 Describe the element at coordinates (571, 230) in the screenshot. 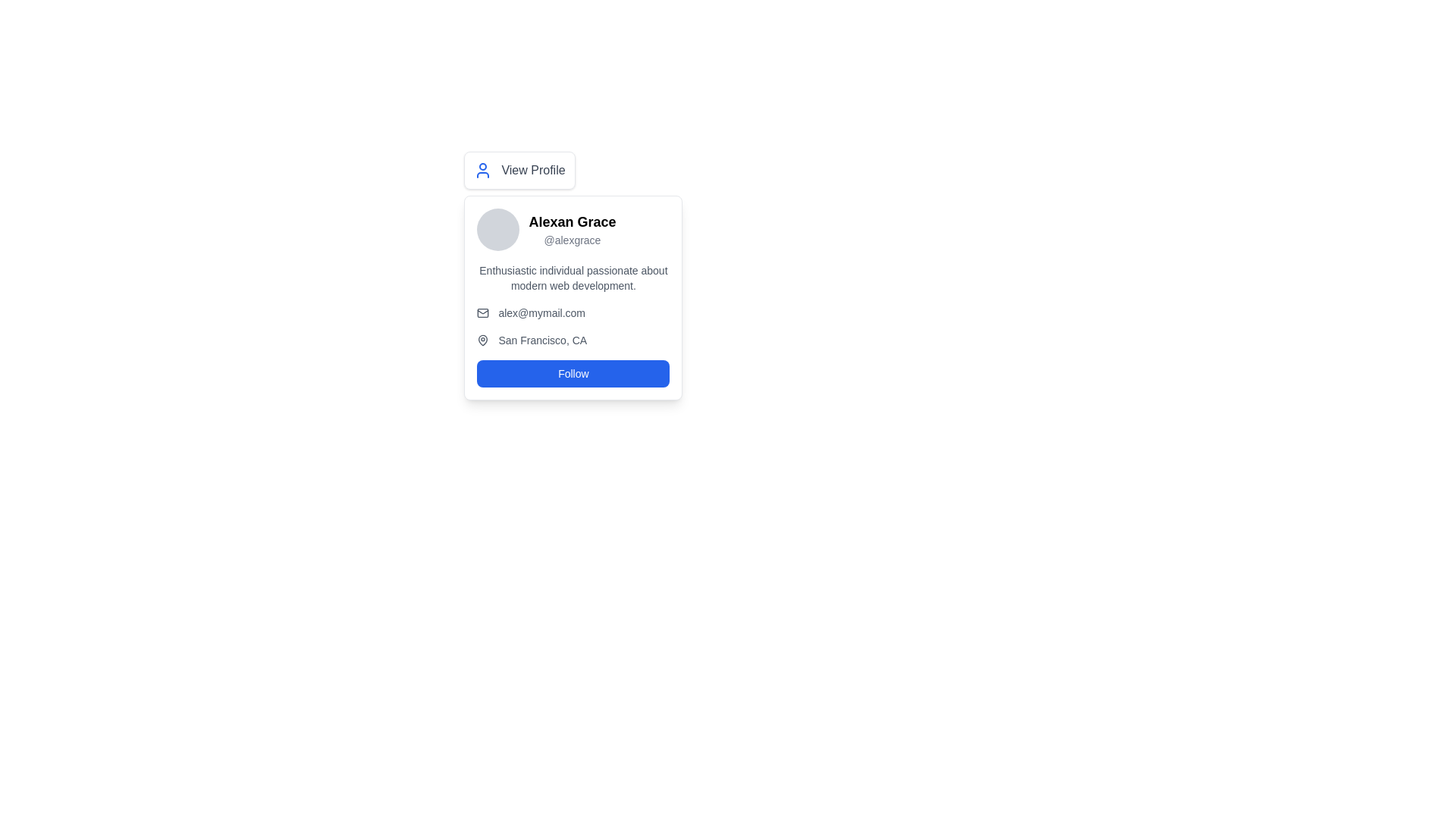

I see `the text block containing the user's name and username within the user profile card` at that location.